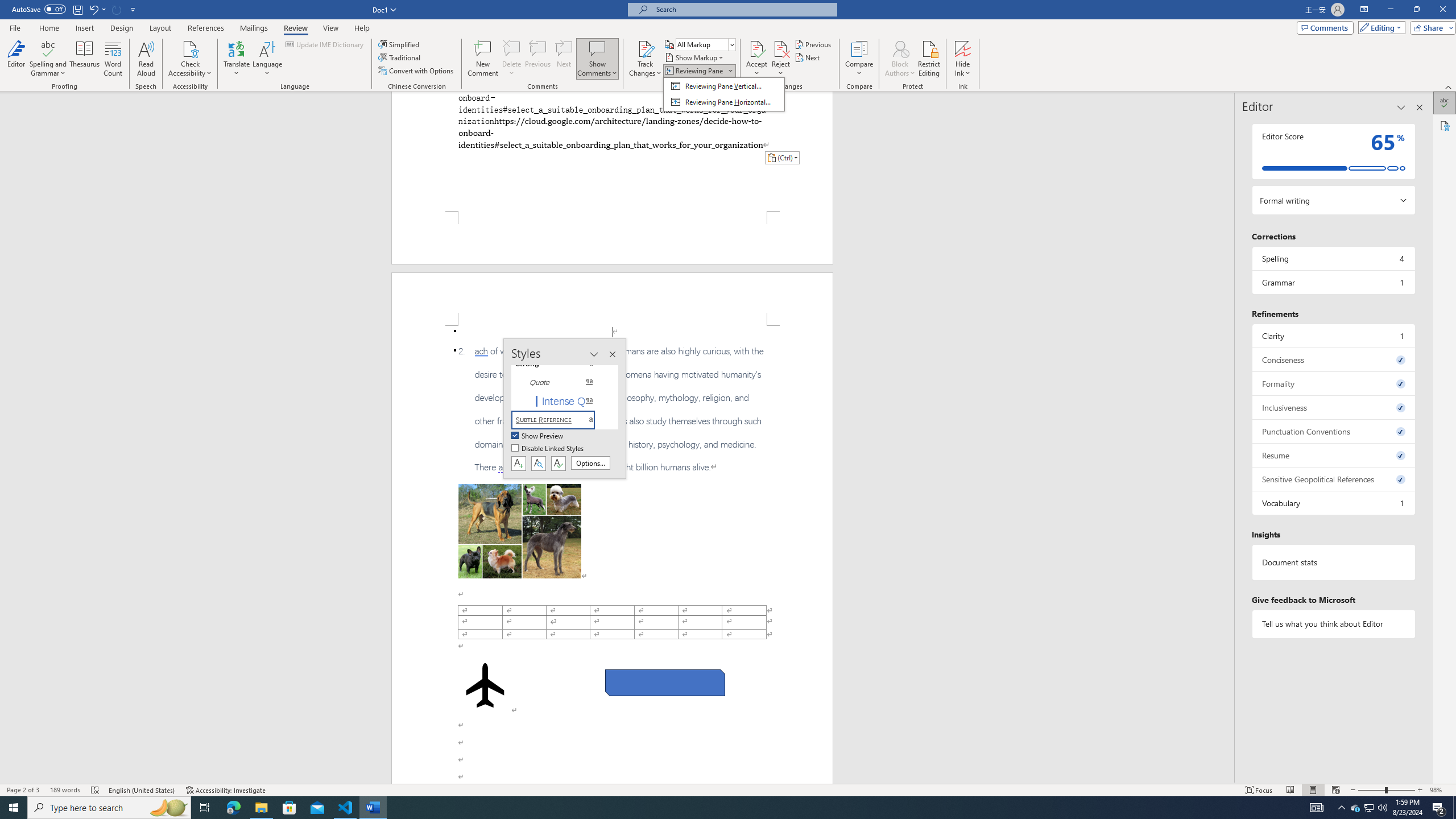 This screenshot has height=819, width=1456. Describe the element at coordinates (400, 56) in the screenshot. I see `'Traditional'` at that location.